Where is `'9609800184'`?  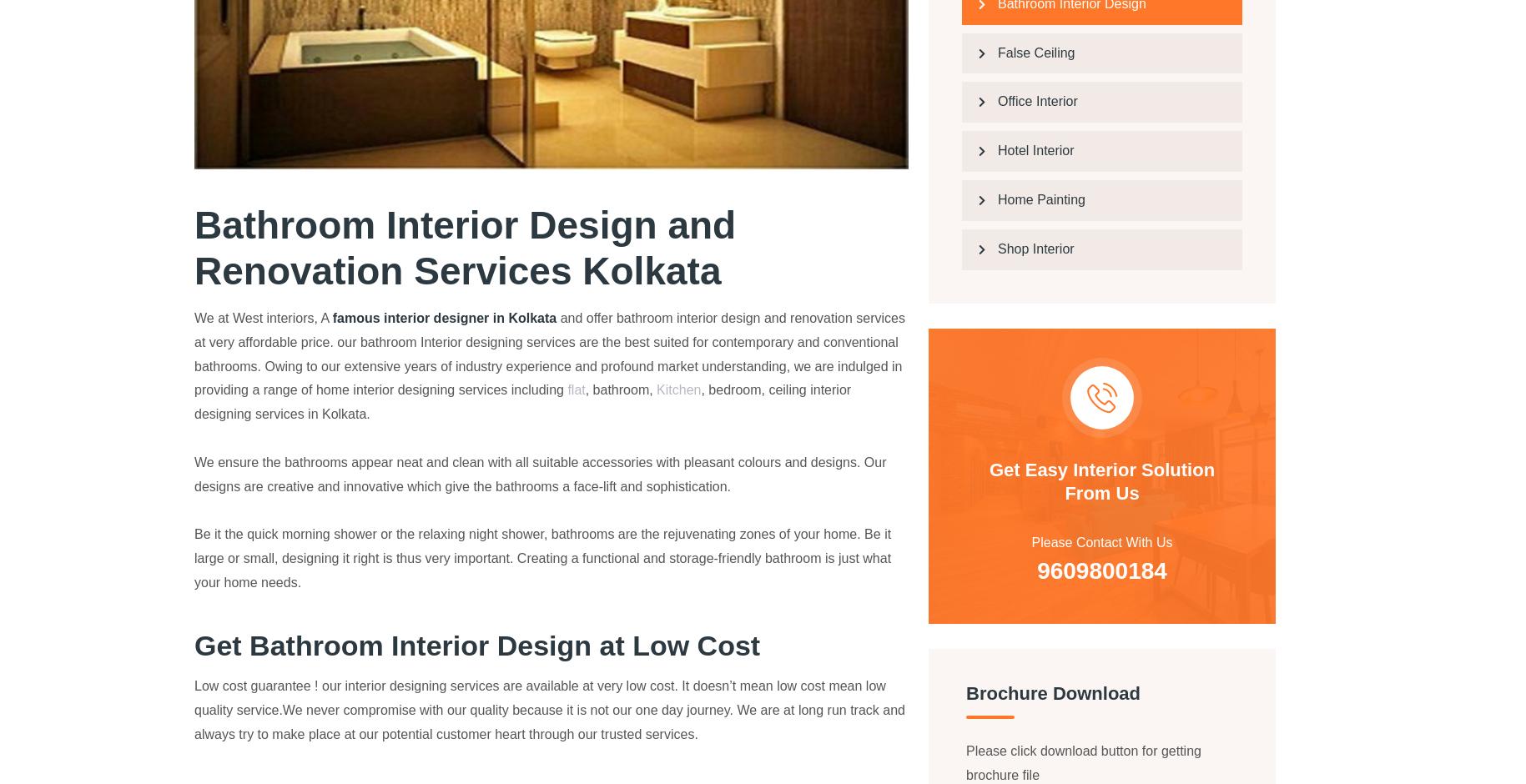 '9609800184' is located at coordinates (1080, 671).